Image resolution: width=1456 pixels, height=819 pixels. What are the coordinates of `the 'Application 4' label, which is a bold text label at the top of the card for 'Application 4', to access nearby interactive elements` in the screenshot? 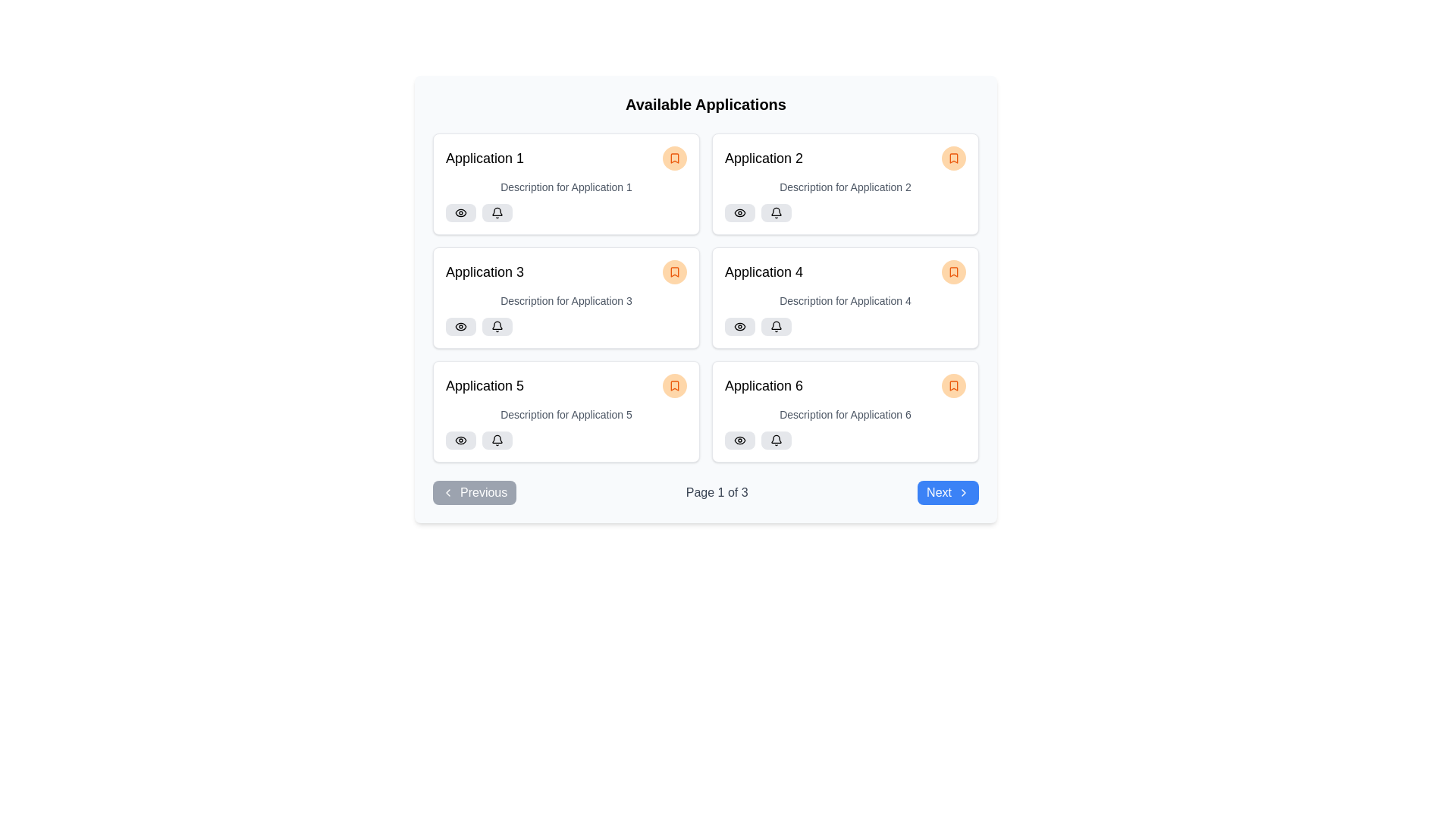 It's located at (764, 271).